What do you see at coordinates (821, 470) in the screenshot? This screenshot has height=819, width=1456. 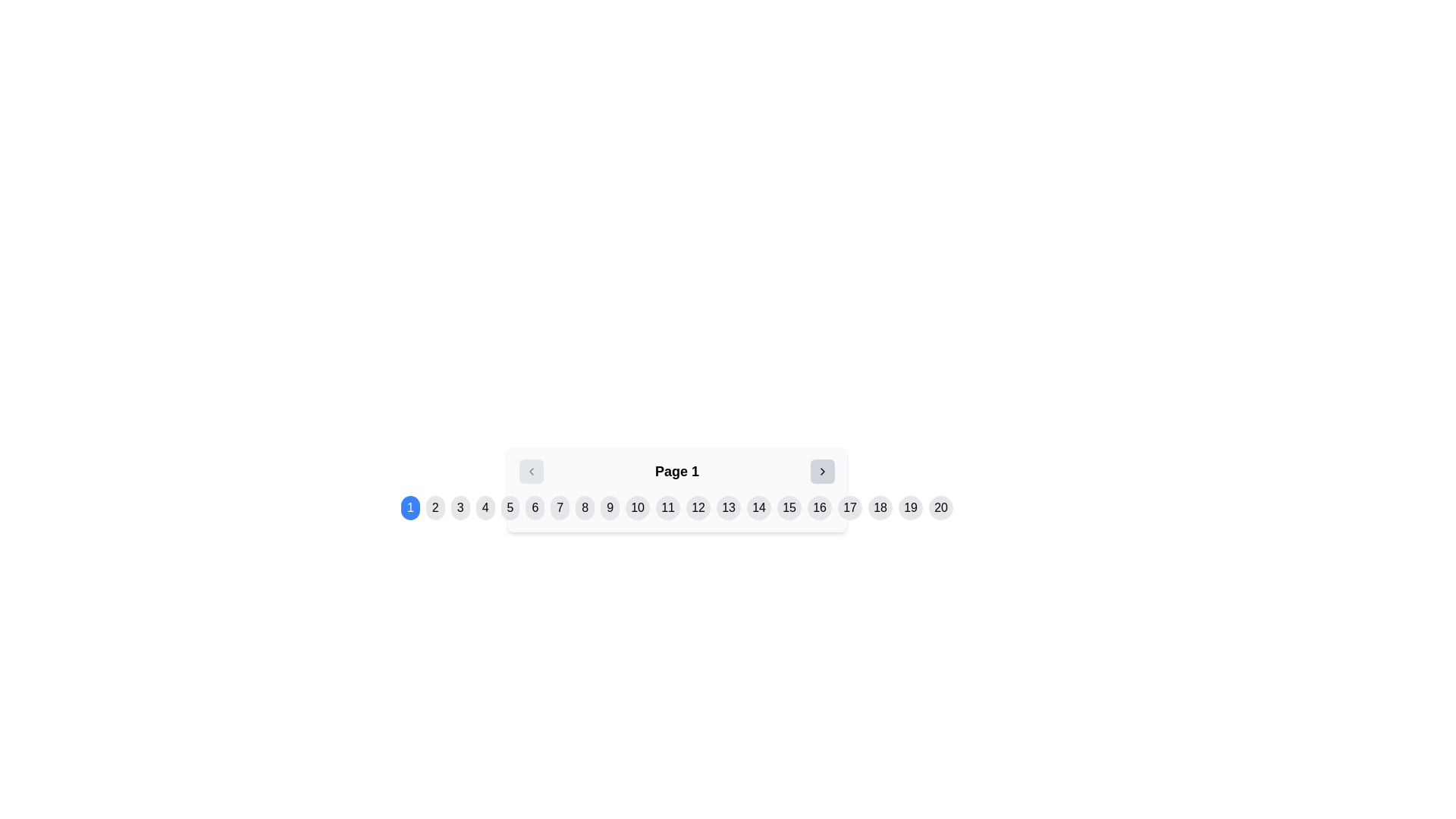 I see `the rightmost square button with a light gray background and a rightward-pointing chevron` at bounding box center [821, 470].